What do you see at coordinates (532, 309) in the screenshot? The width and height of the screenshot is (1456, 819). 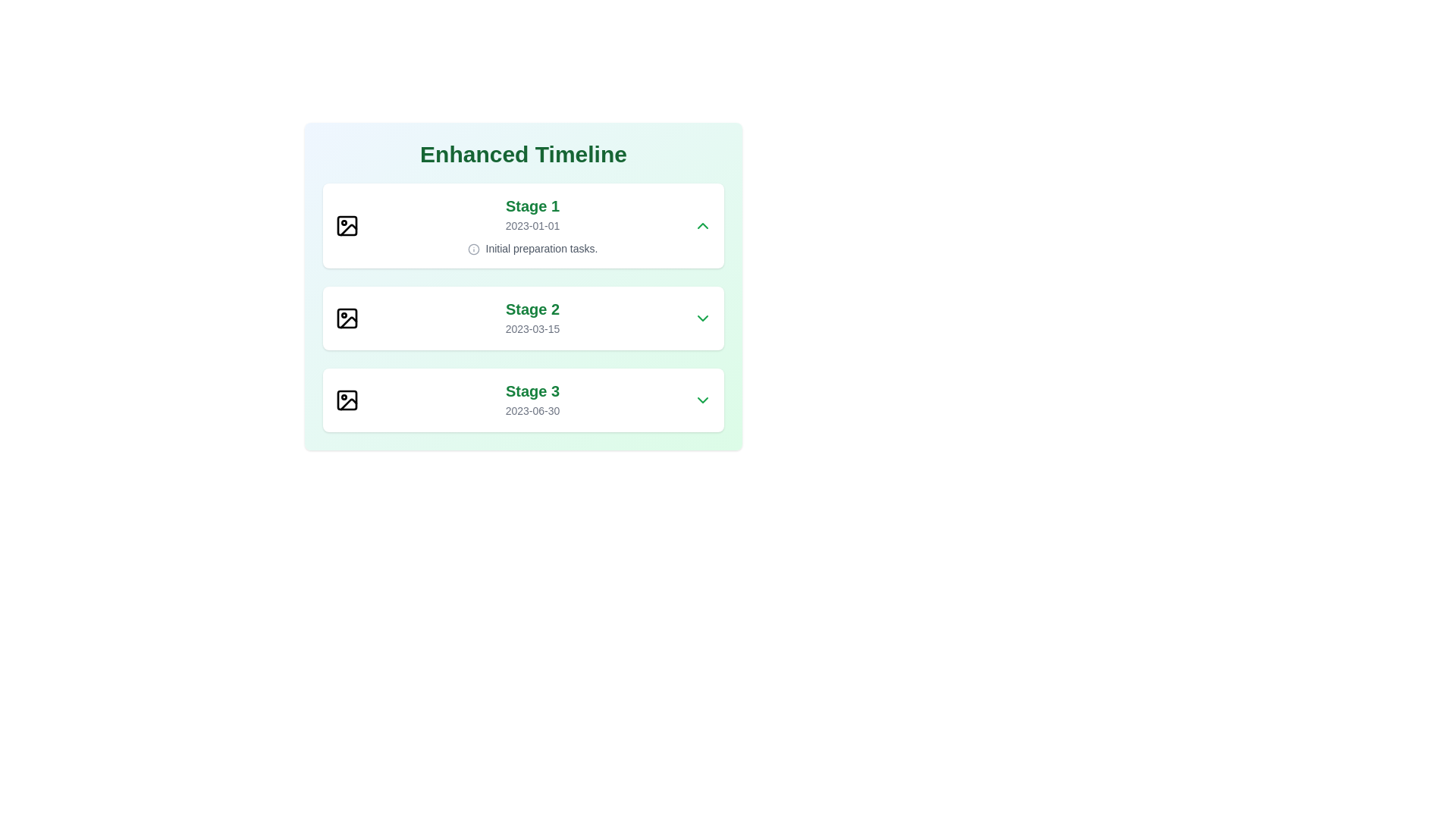 I see `text label displaying 'Stage 2', which is styled in bold green font and serves as a title for the section` at bounding box center [532, 309].